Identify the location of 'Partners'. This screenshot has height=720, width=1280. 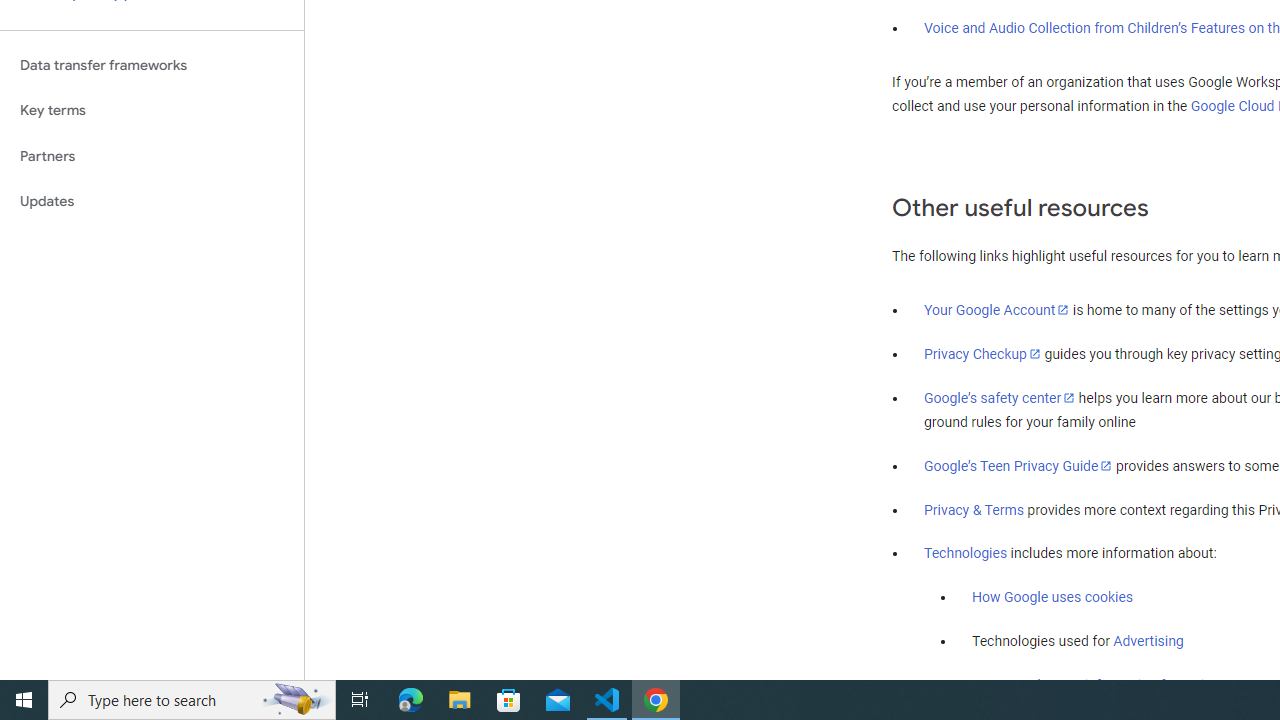
(151, 155).